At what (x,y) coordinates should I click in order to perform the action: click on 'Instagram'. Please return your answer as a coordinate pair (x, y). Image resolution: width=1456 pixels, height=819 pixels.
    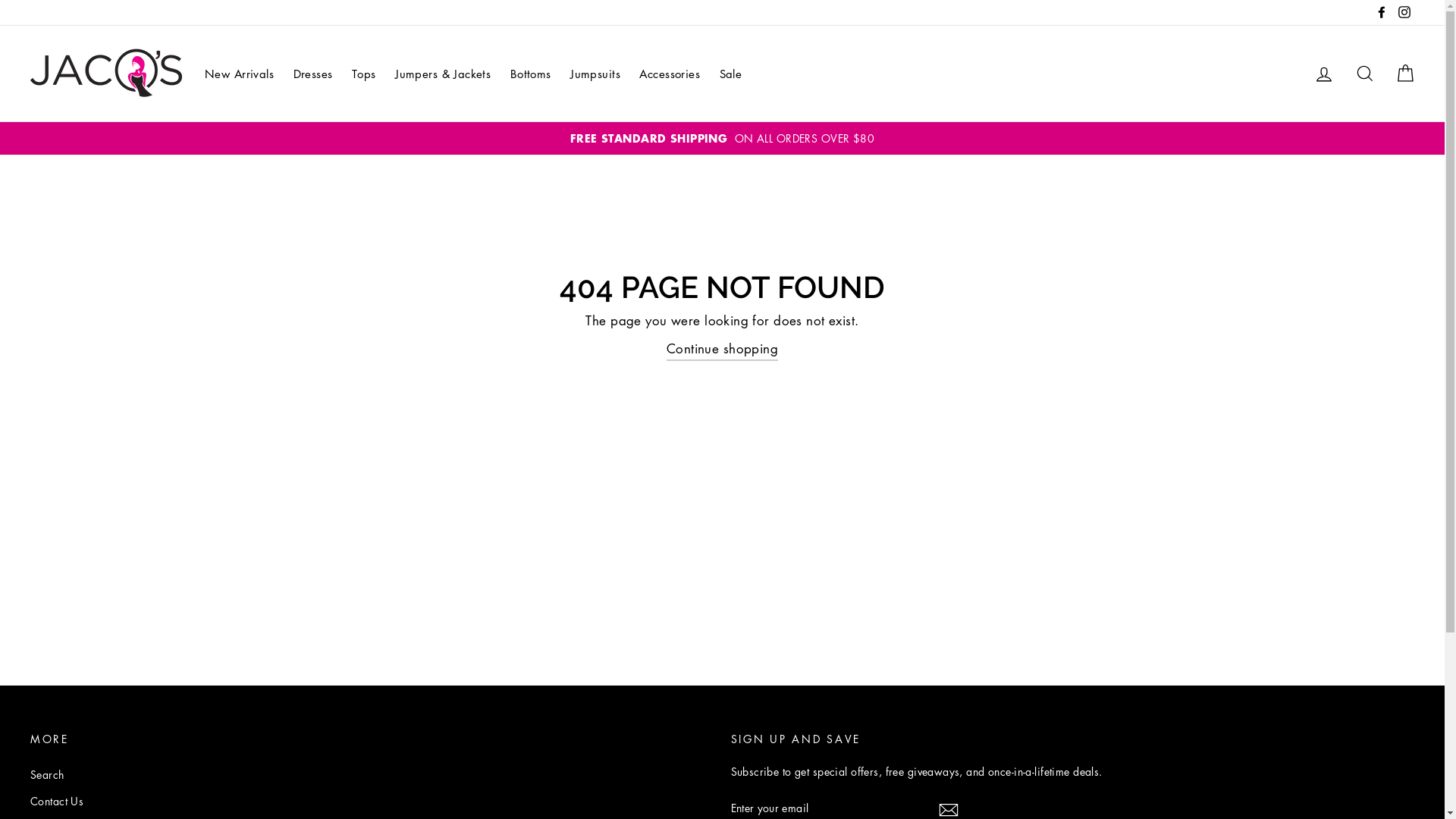
    Looking at the image, I should click on (1404, 12).